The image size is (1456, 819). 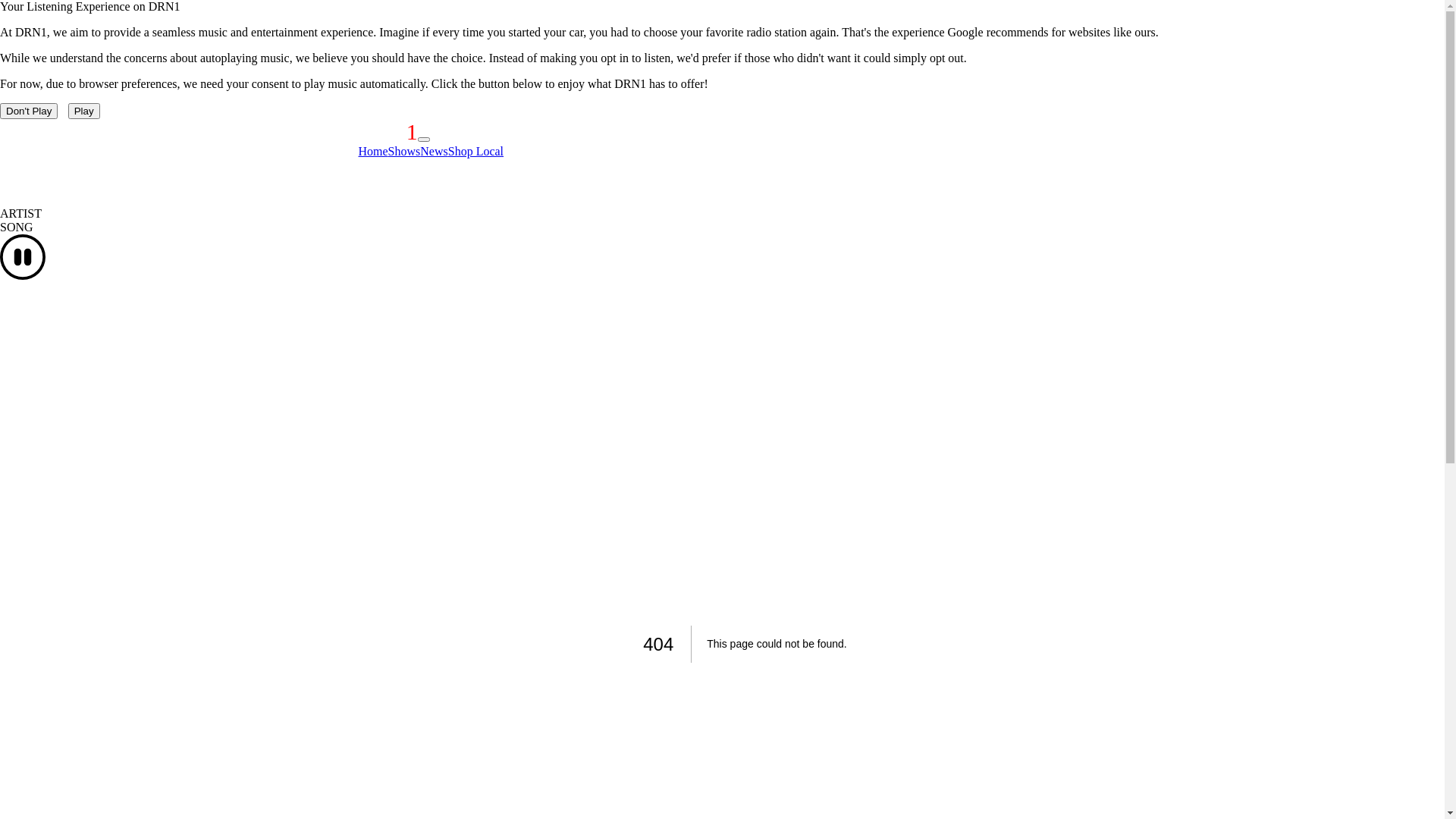 I want to click on 'Home', so click(x=356, y=151).